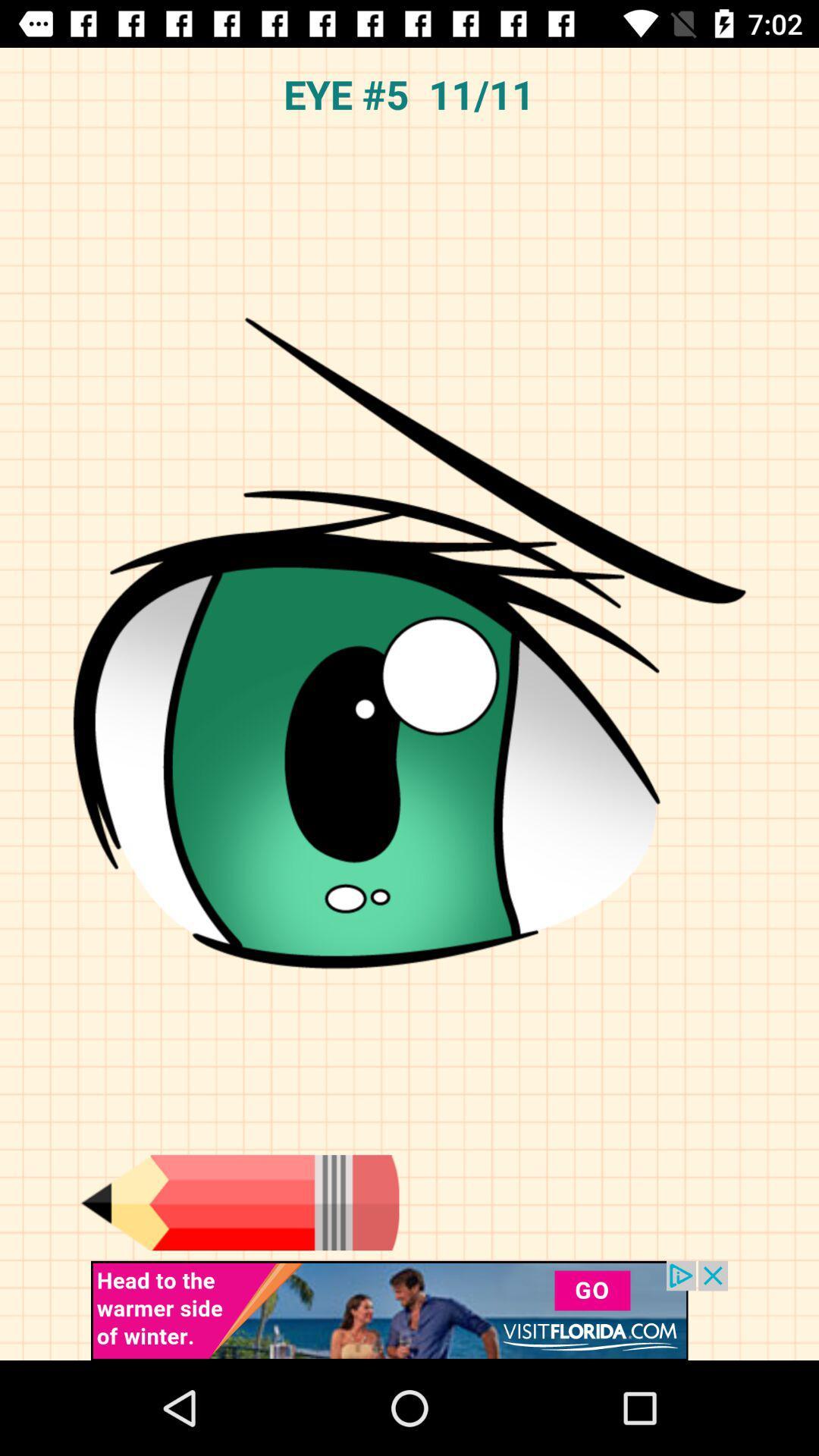  I want to click on click on the advertisement, so click(409, 1310).